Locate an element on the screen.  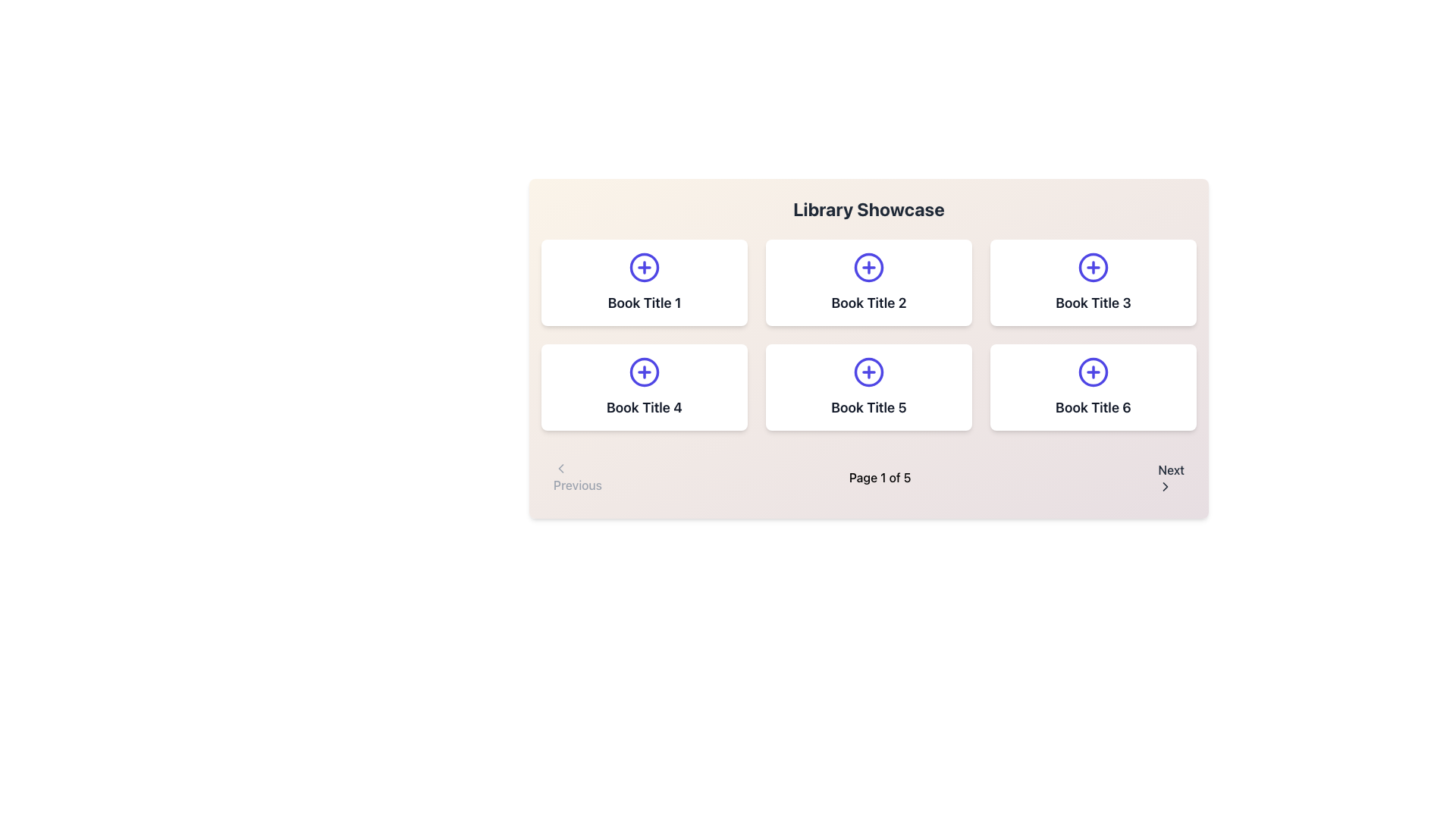
text from the Text Label that indicates the current page number, positioned between the 'Previous' and 'Next' buttons in the pagination section is located at coordinates (880, 476).